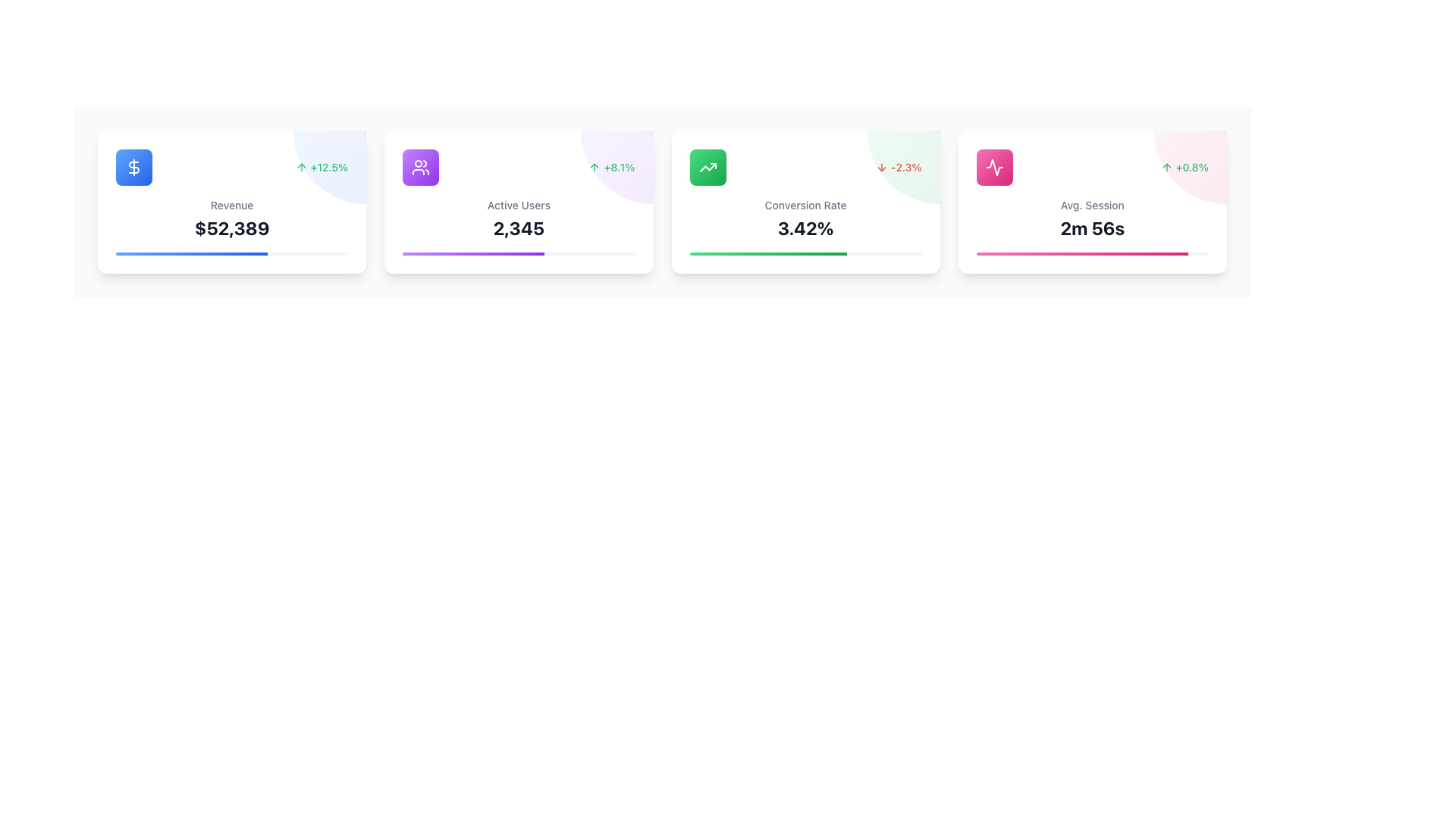  Describe the element at coordinates (1092, 227) in the screenshot. I see `value displayed in the bold, large text component showing '2m 56s' within the fourth card labeled 'Avg. Session'` at that location.